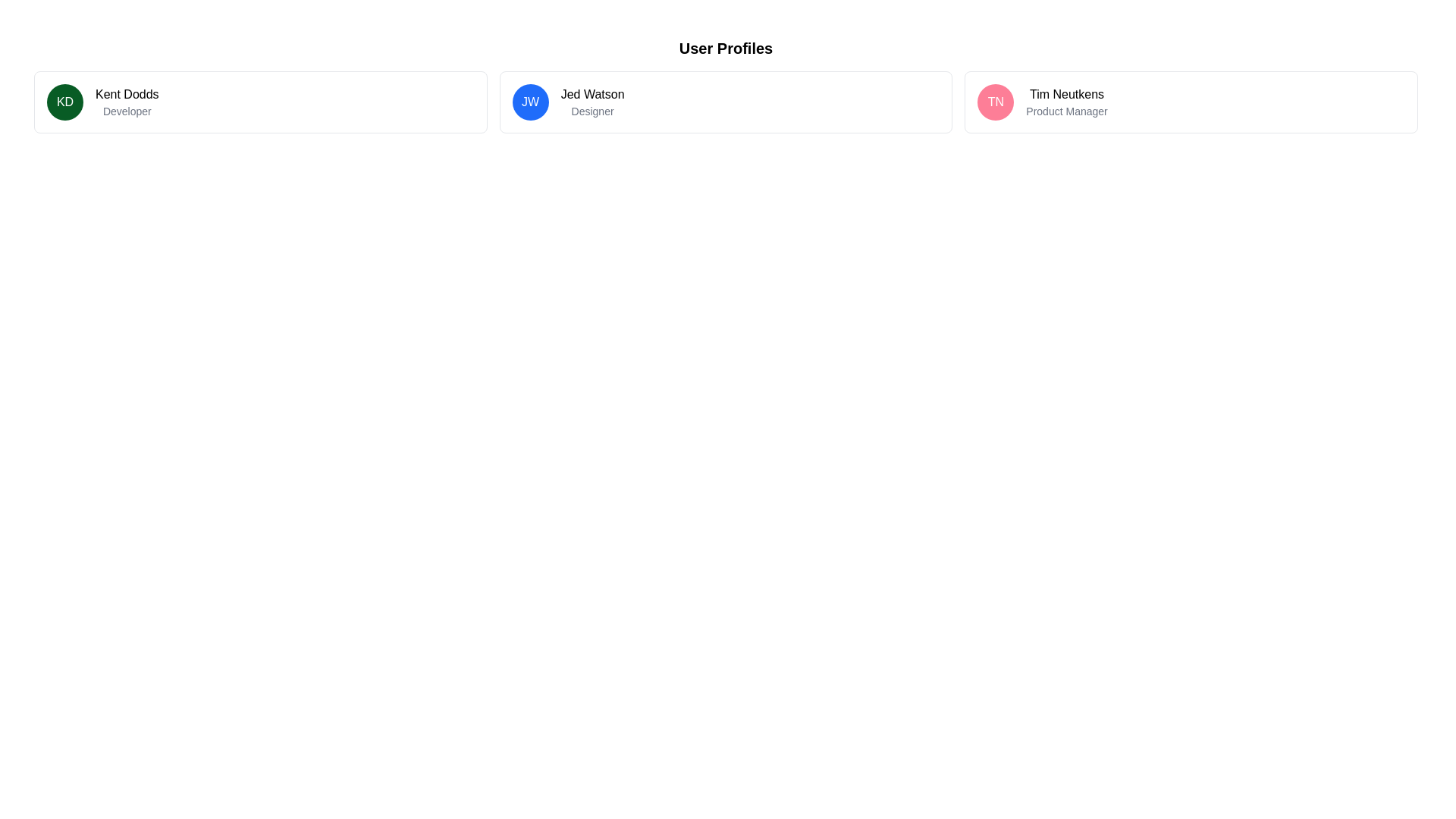 The width and height of the screenshot is (1456, 819). What do you see at coordinates (725, 102) in the screenshot?
I see `a user profile card within the grid layout located below the 'User Profiles' title` at bounding box center [725, 102].